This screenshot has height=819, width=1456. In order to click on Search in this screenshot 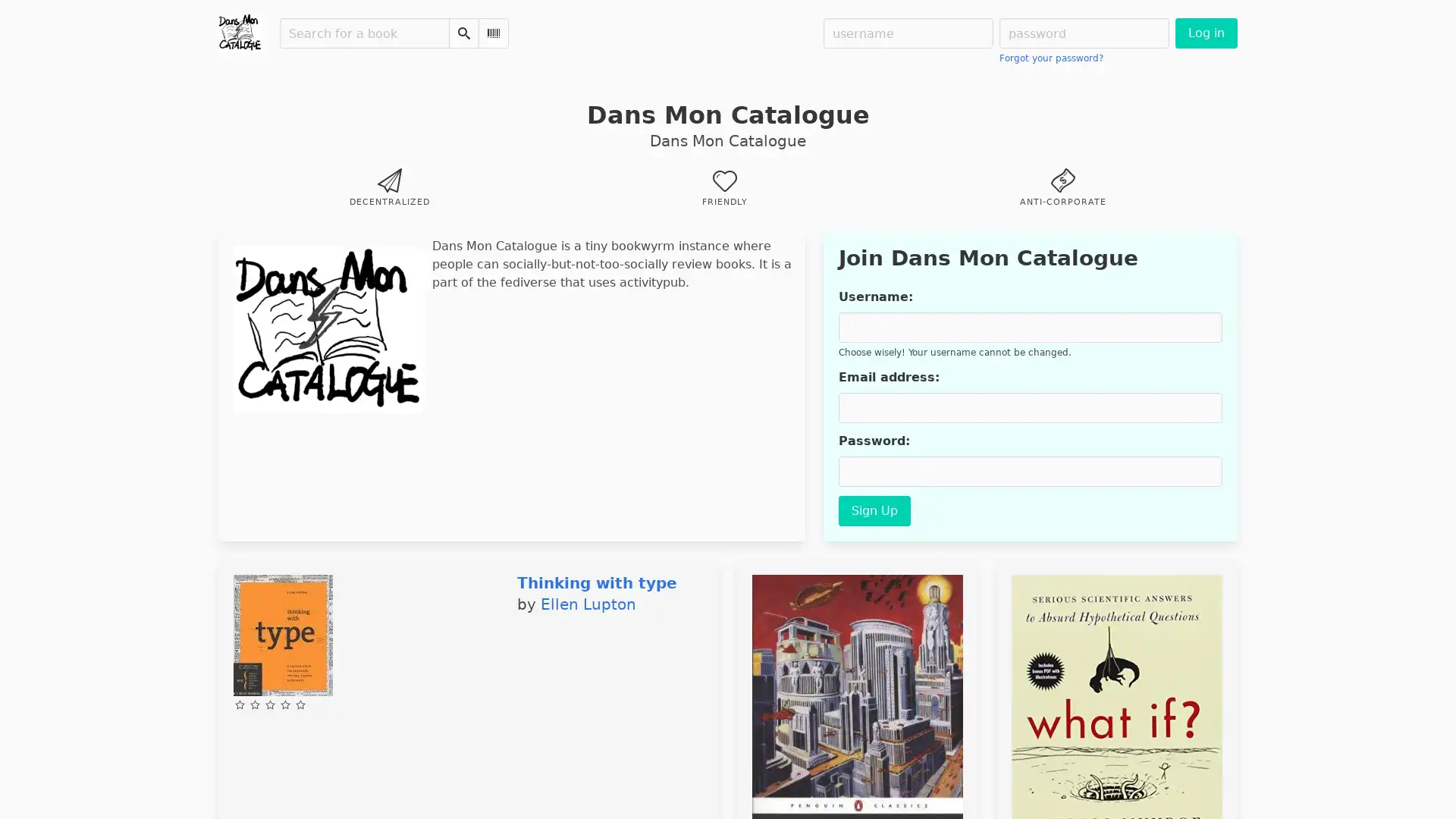, I will do `click(463, 33)`.